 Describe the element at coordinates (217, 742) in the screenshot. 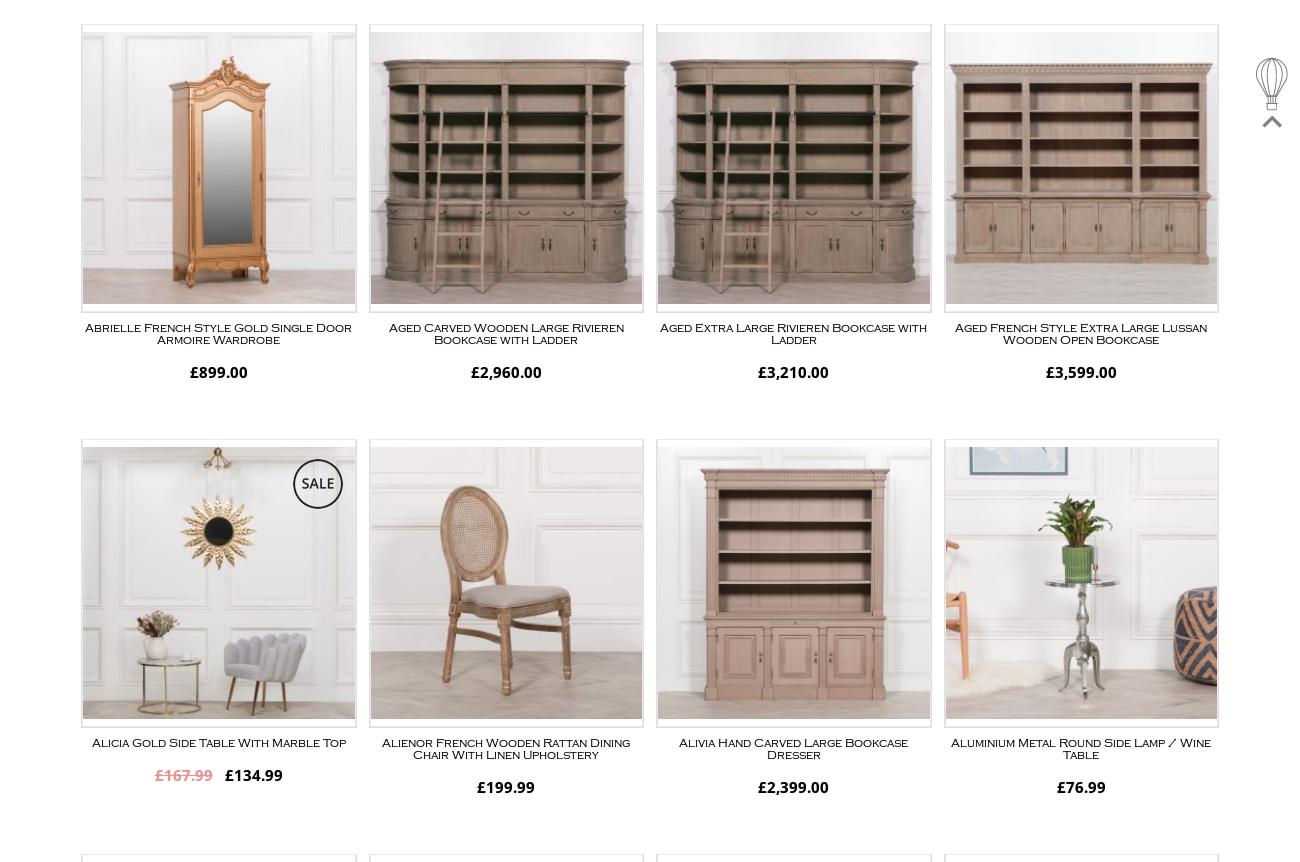

I see `'Alicia Gold Side Table With Marble Top'` at that location.